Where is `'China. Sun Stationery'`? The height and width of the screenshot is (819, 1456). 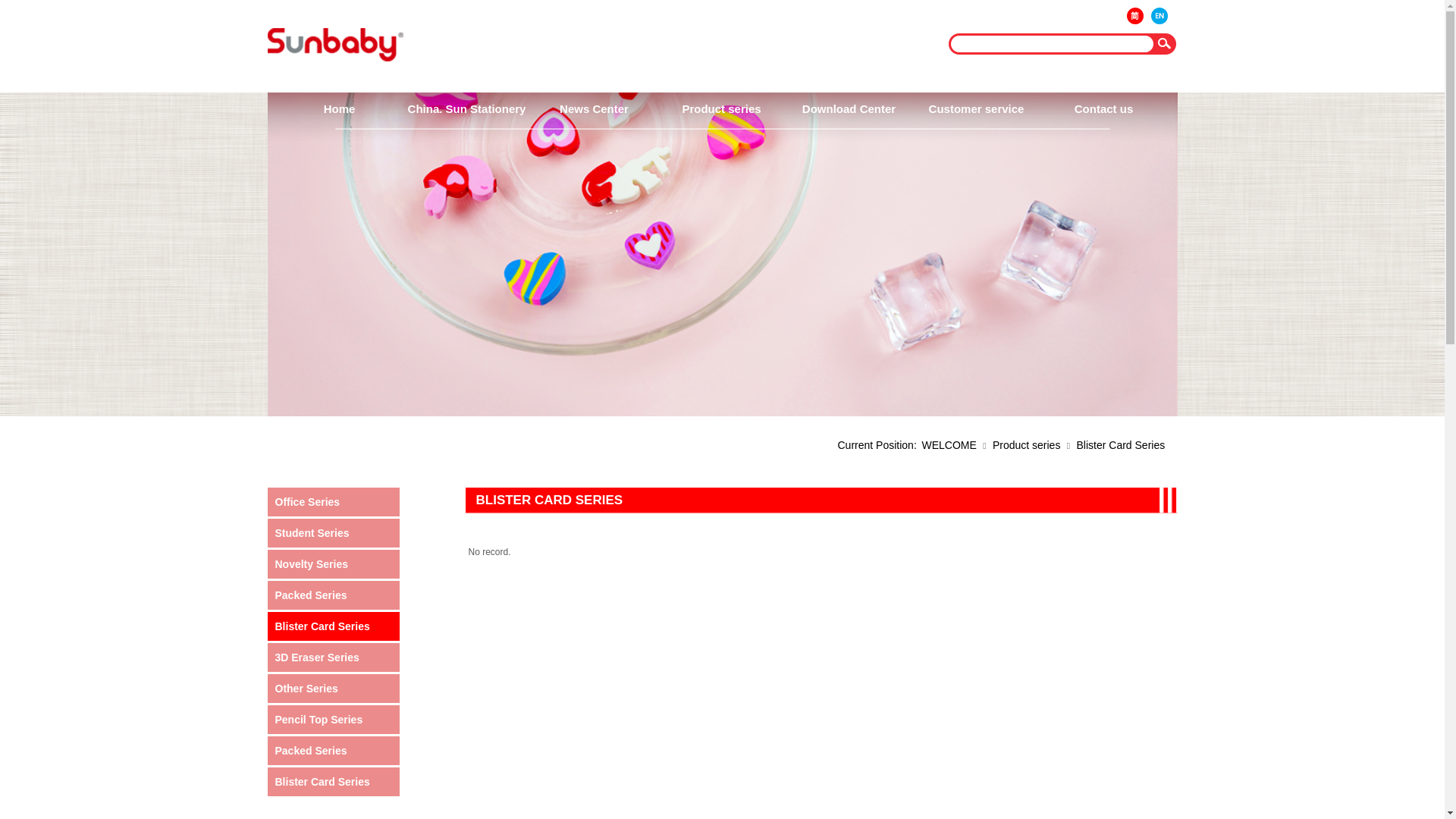
'China. Sun Stationery' is located at coordinates (465, 108).